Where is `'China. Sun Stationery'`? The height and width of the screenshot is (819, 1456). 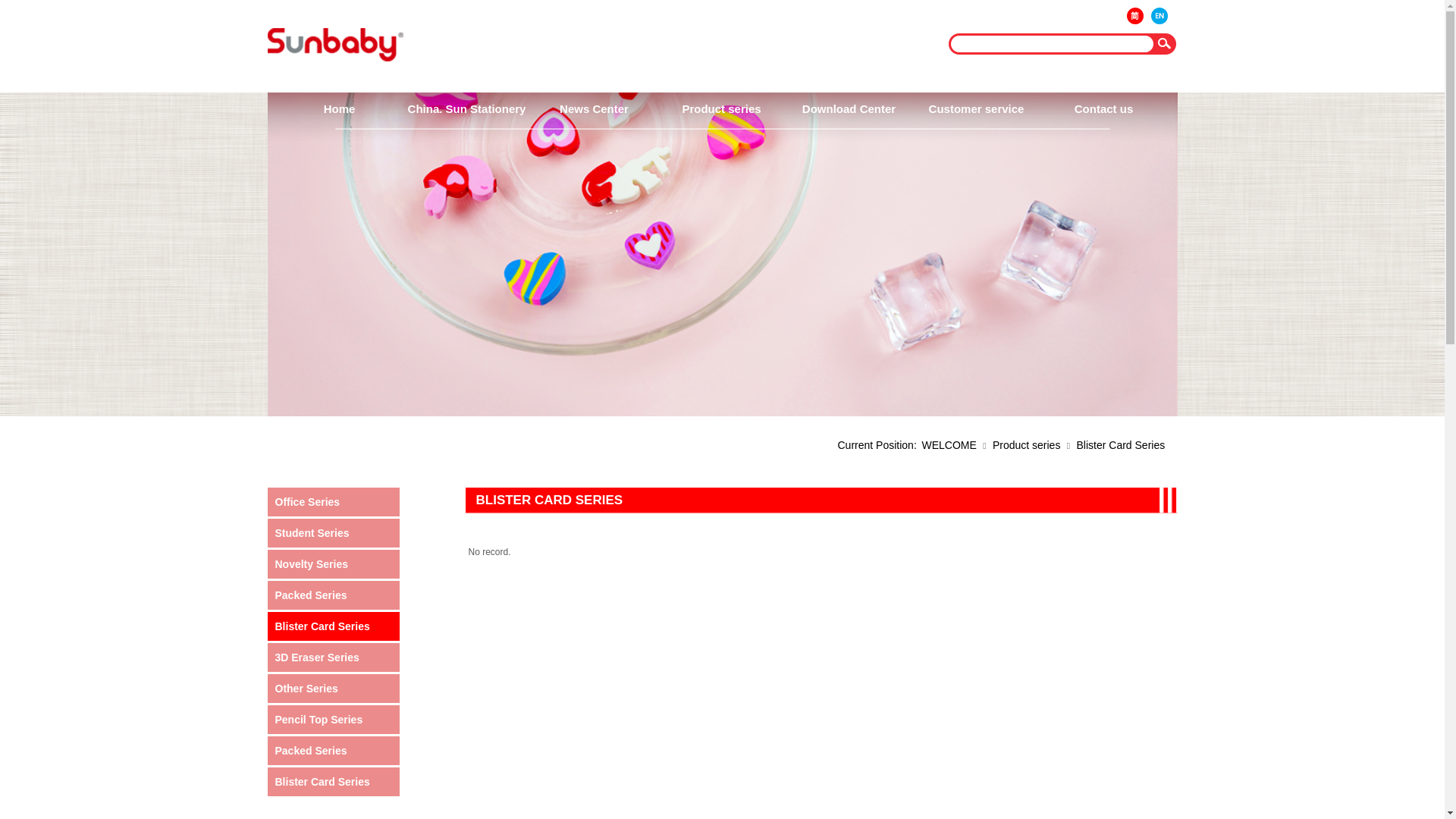
'China. Sun Stationery' is located at coordinates (465, 108).